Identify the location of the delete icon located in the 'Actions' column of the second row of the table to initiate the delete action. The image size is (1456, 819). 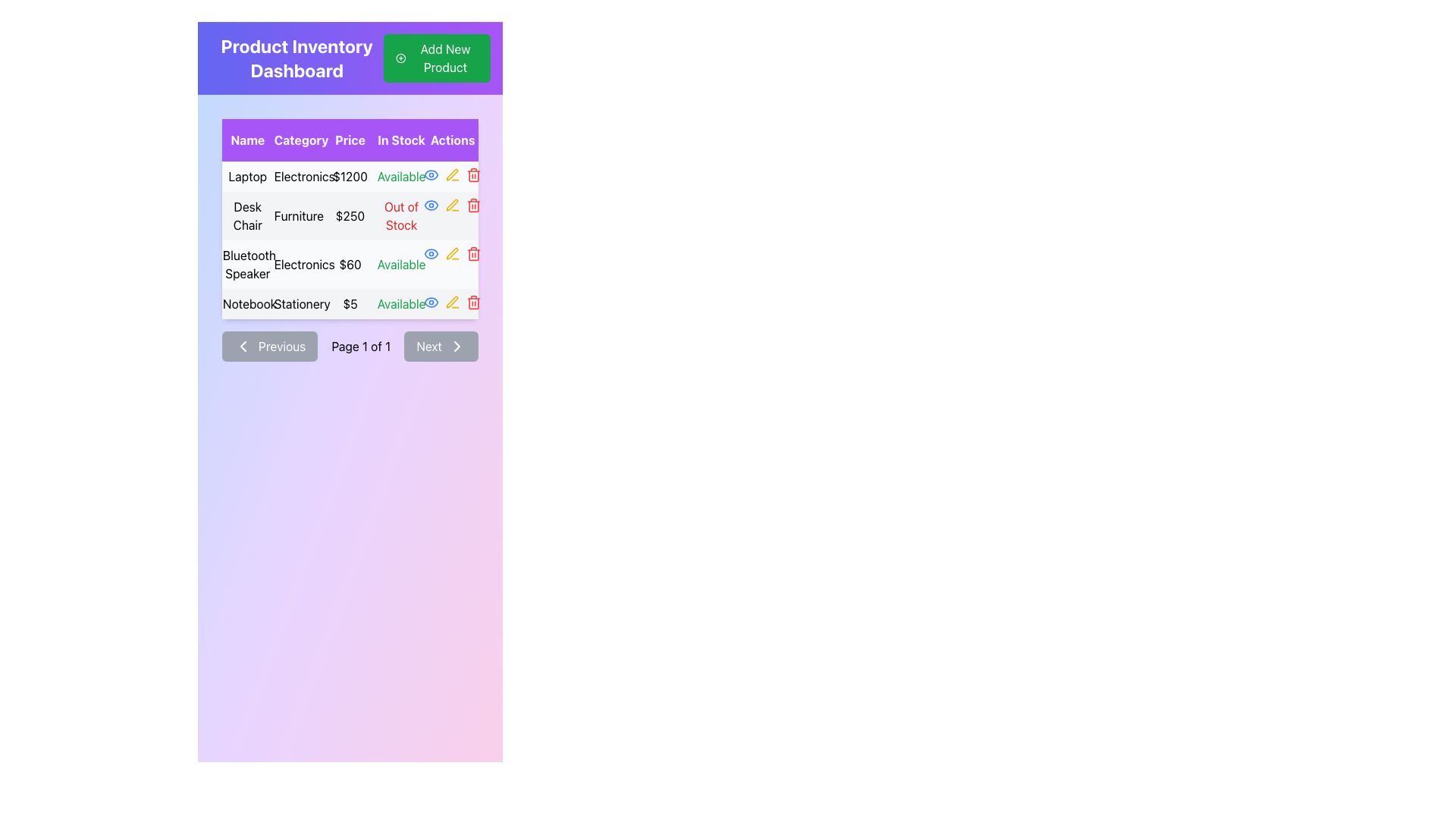
(473, 205).